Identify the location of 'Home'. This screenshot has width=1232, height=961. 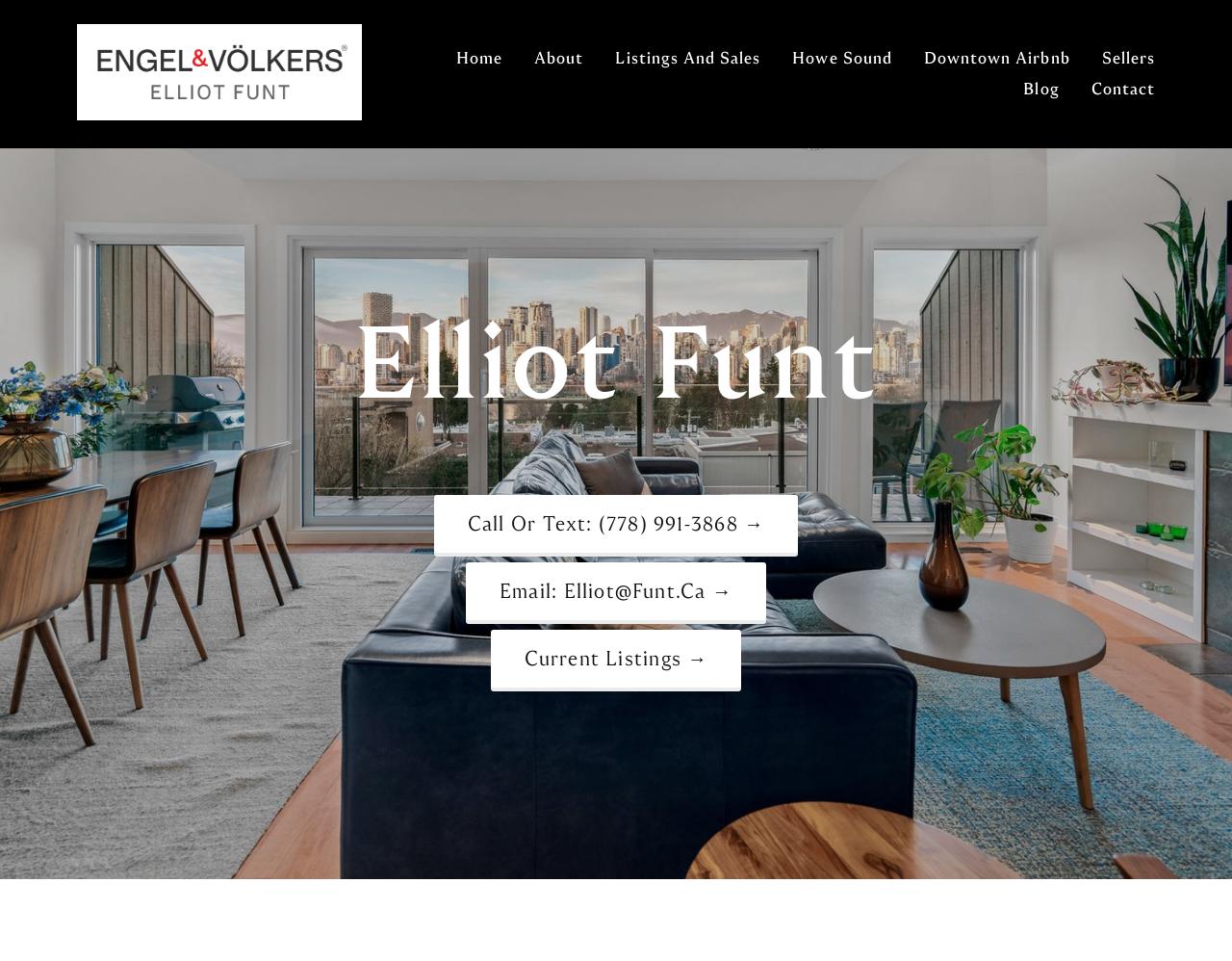
(479, 57).